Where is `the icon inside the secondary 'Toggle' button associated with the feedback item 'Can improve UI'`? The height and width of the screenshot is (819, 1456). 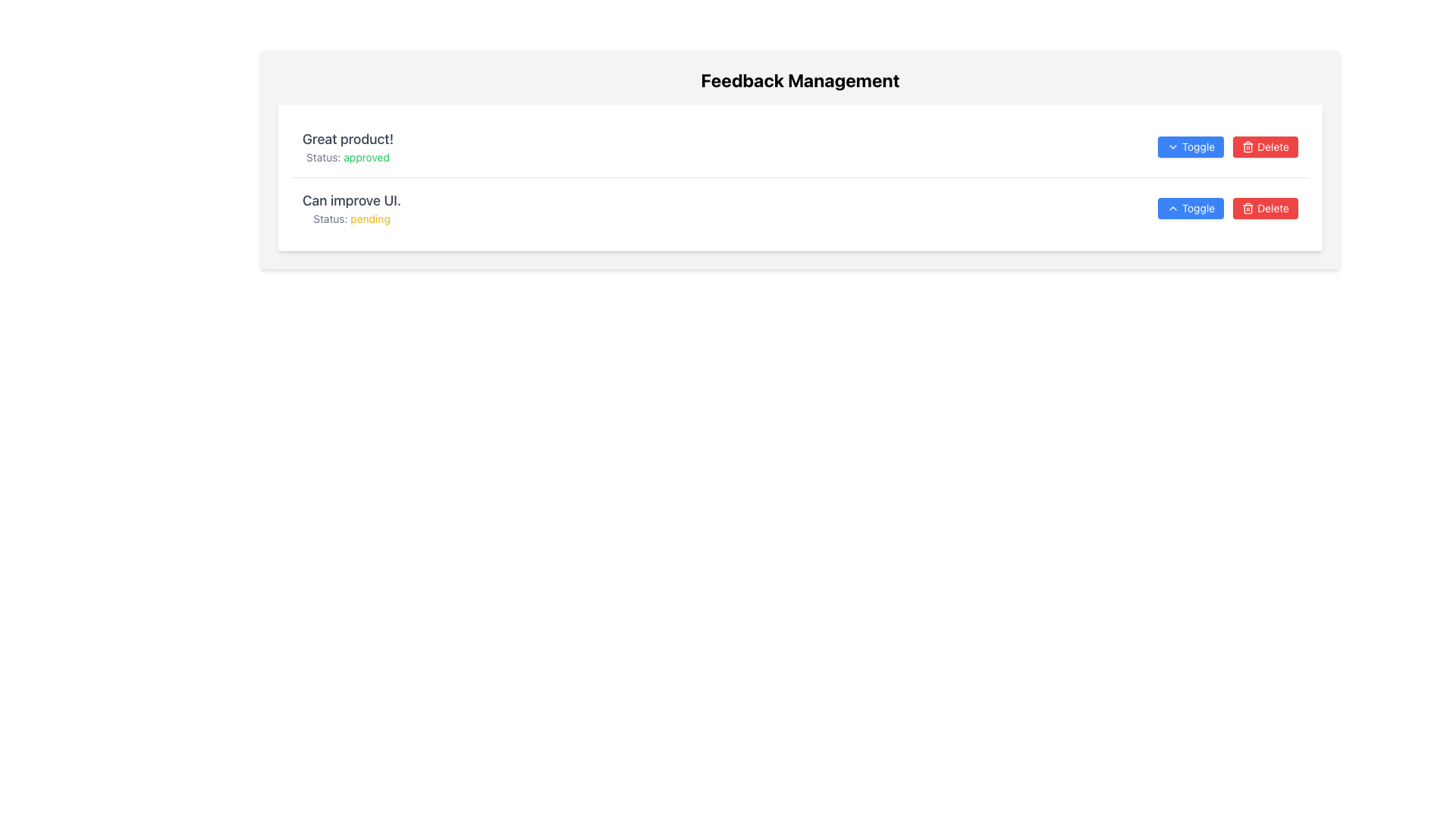 the icon inside the secondary 'Toggle' button associated with the feedback item 'Can improve UI' is located at coordinates (1172, 208).